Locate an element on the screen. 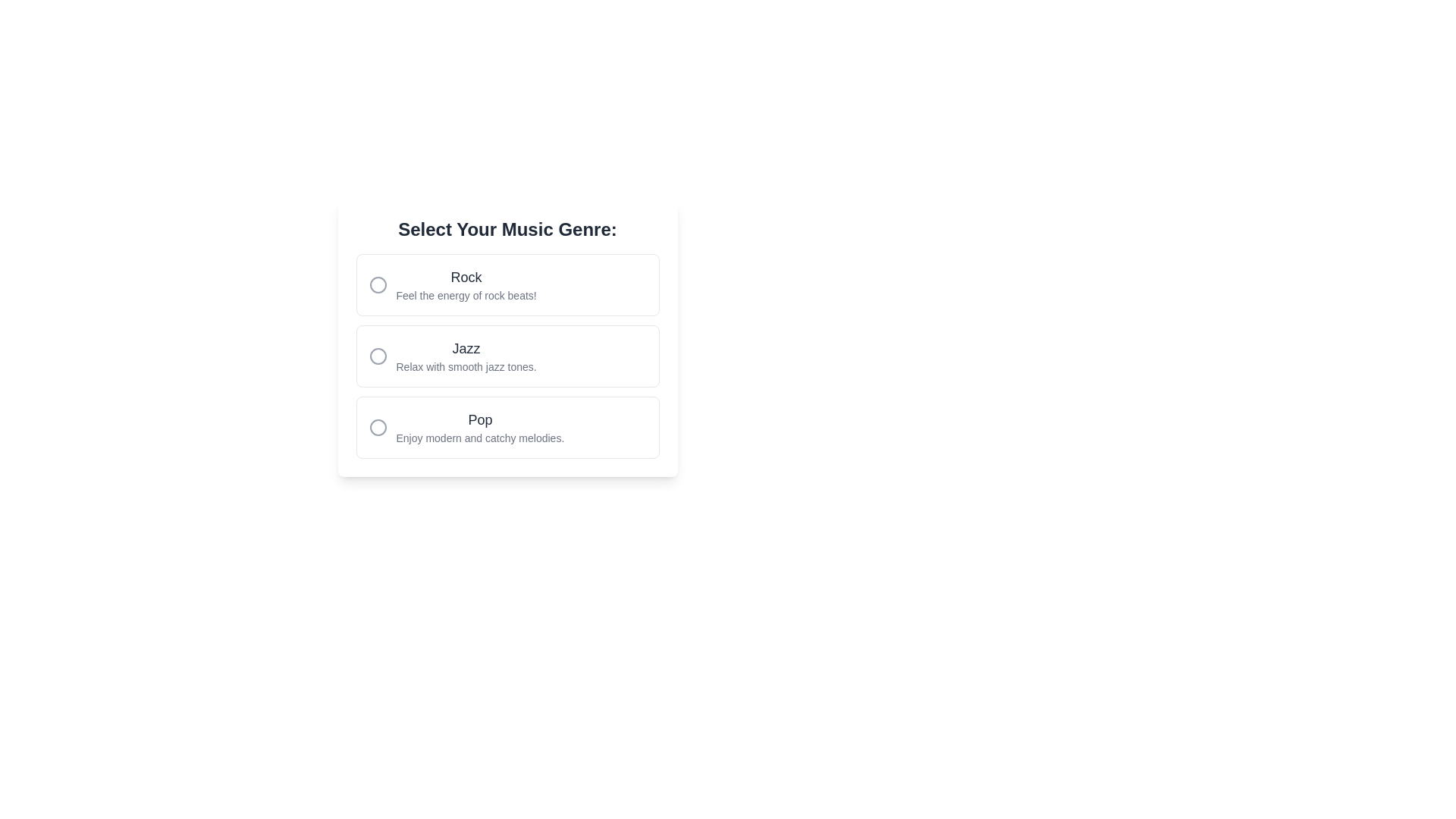  the radio button for the 'Jazz' music genre is located at coordinates (507, 356).